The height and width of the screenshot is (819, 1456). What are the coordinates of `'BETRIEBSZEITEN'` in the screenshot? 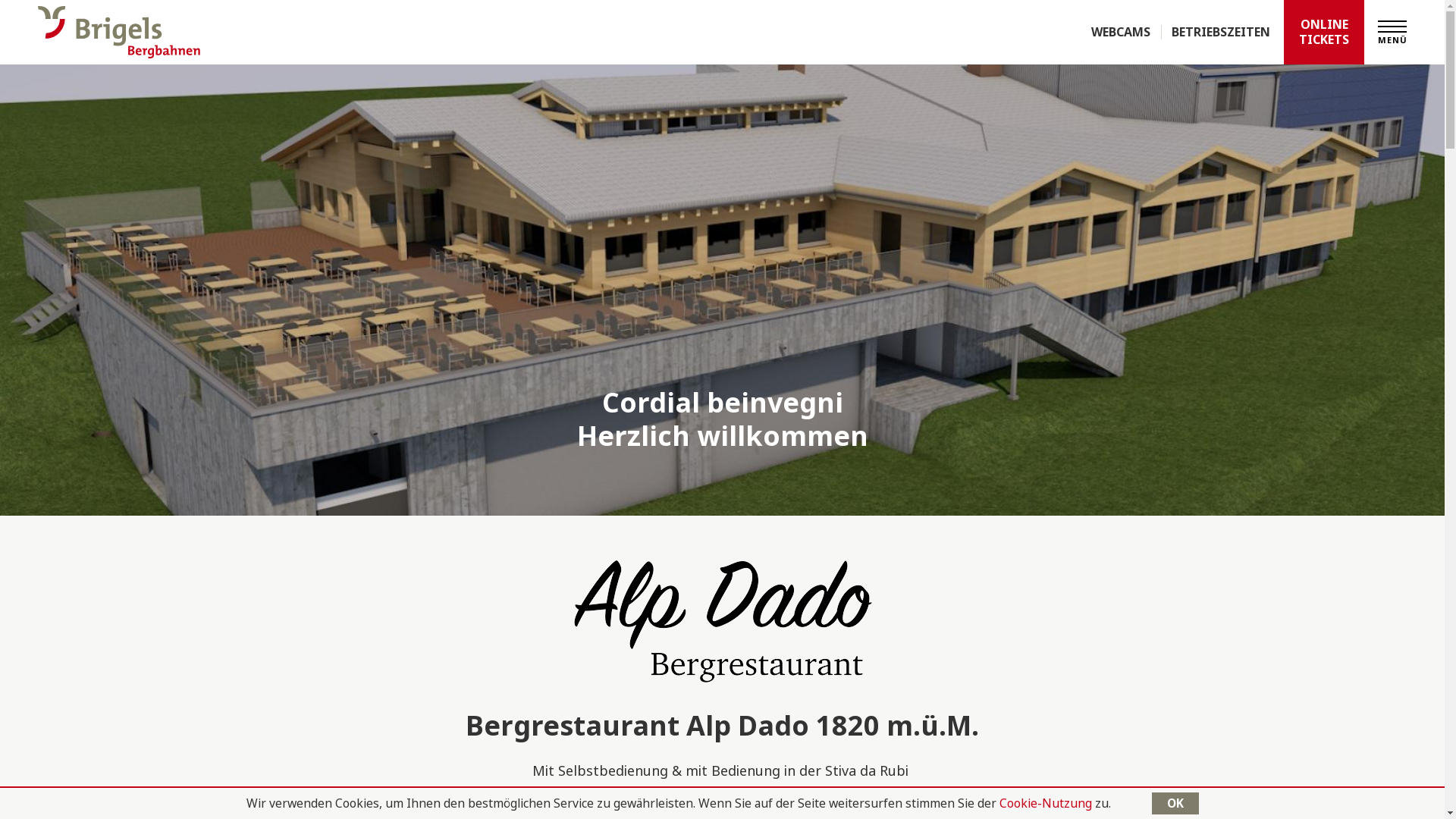 It's located at (1215, 32).